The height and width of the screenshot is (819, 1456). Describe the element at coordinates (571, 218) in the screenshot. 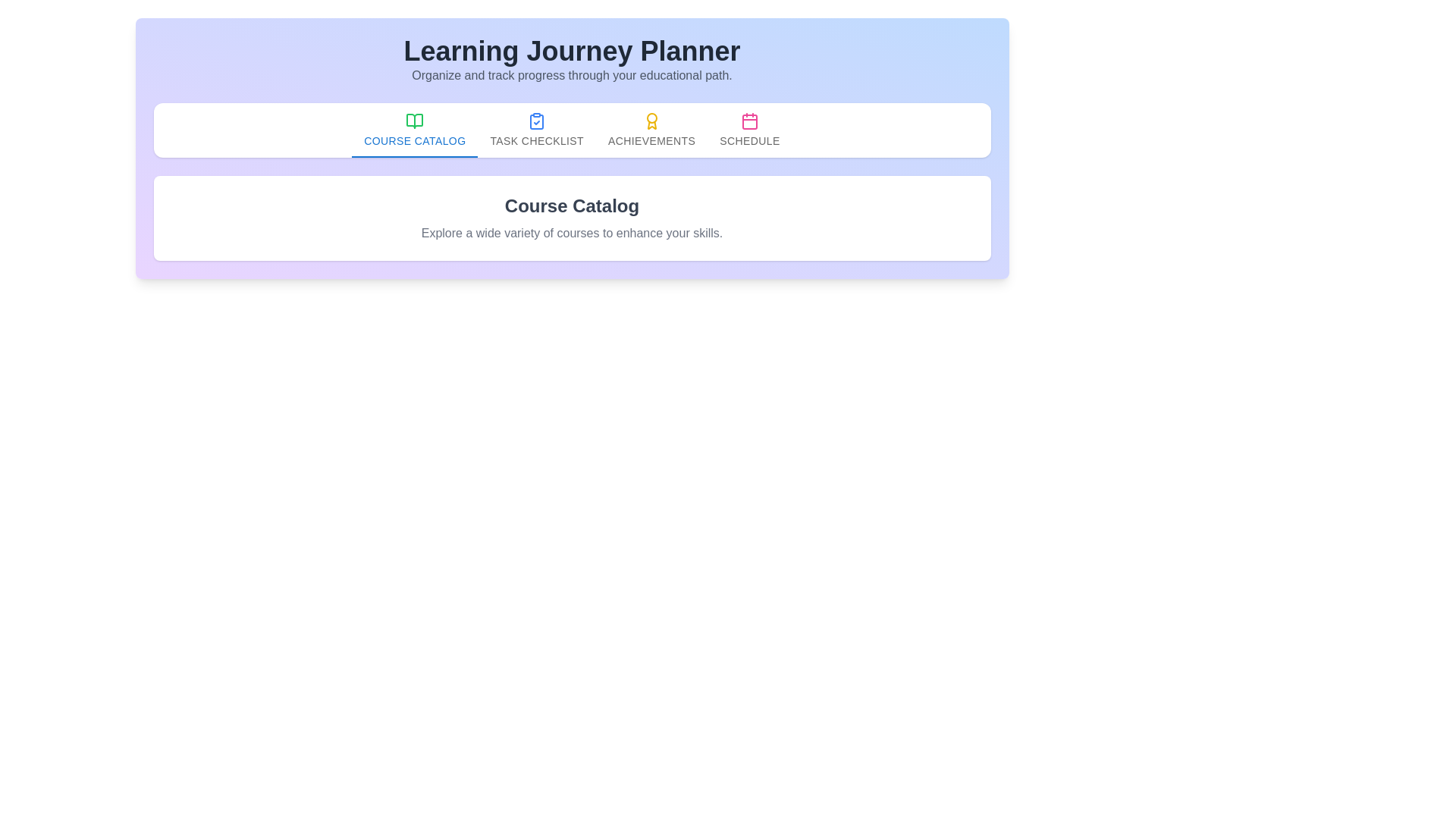

I see `the 'Course Catalog' informational text group to potentially reveal additional tooltips or interactions` at that location.